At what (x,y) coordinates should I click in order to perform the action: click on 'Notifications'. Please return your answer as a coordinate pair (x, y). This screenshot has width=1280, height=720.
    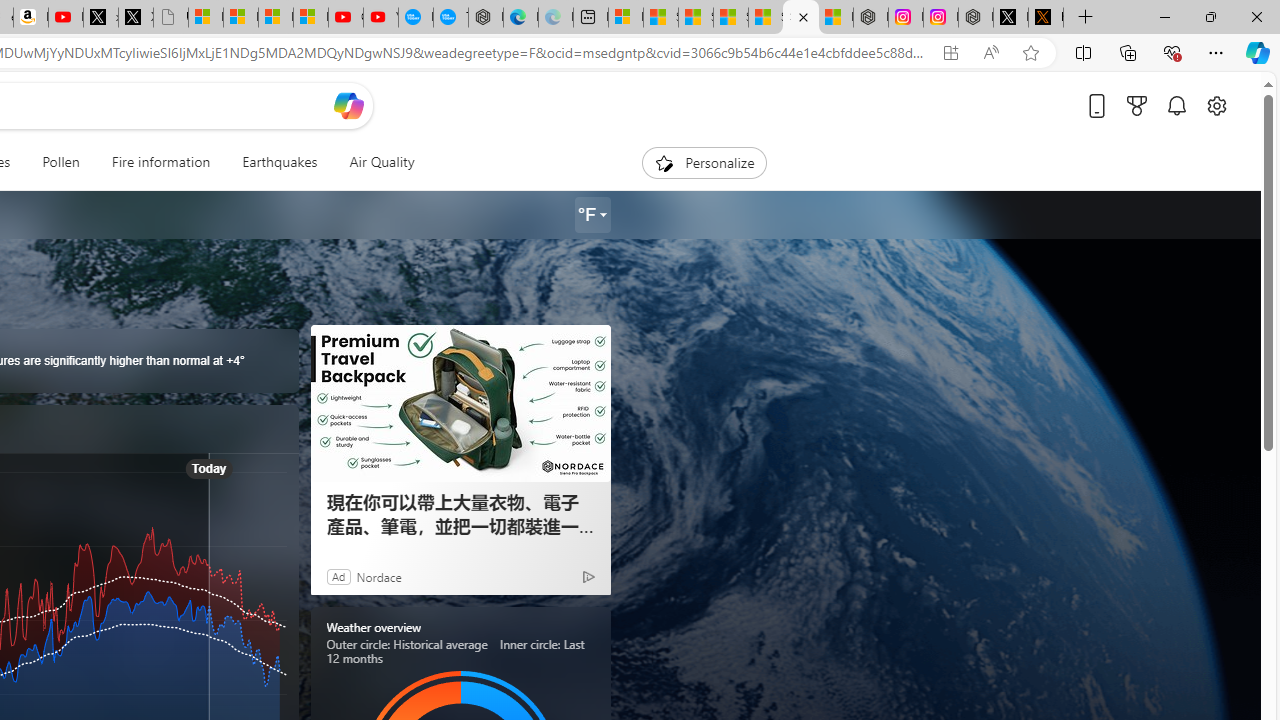
    Looking at the image, I should click on (1176, 105).